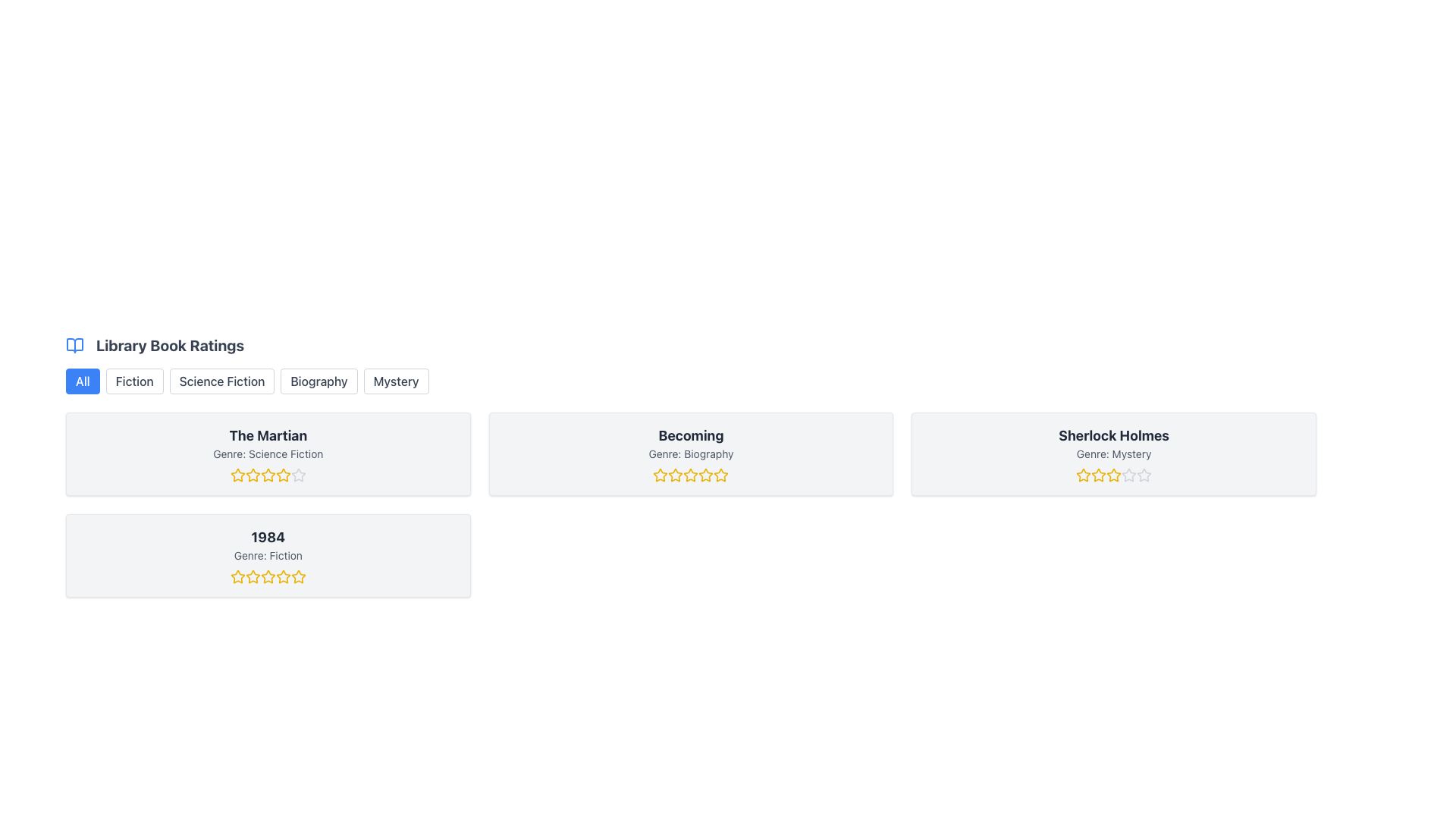 Image resolution: width=1456 pixels, height=819 pixels. Describe the element at coordinates (1099, 475) in the screenshot. I see `the third star from the left in the ratings section below the 'Sherlock Holmes' card to adjust the rating` at that location.